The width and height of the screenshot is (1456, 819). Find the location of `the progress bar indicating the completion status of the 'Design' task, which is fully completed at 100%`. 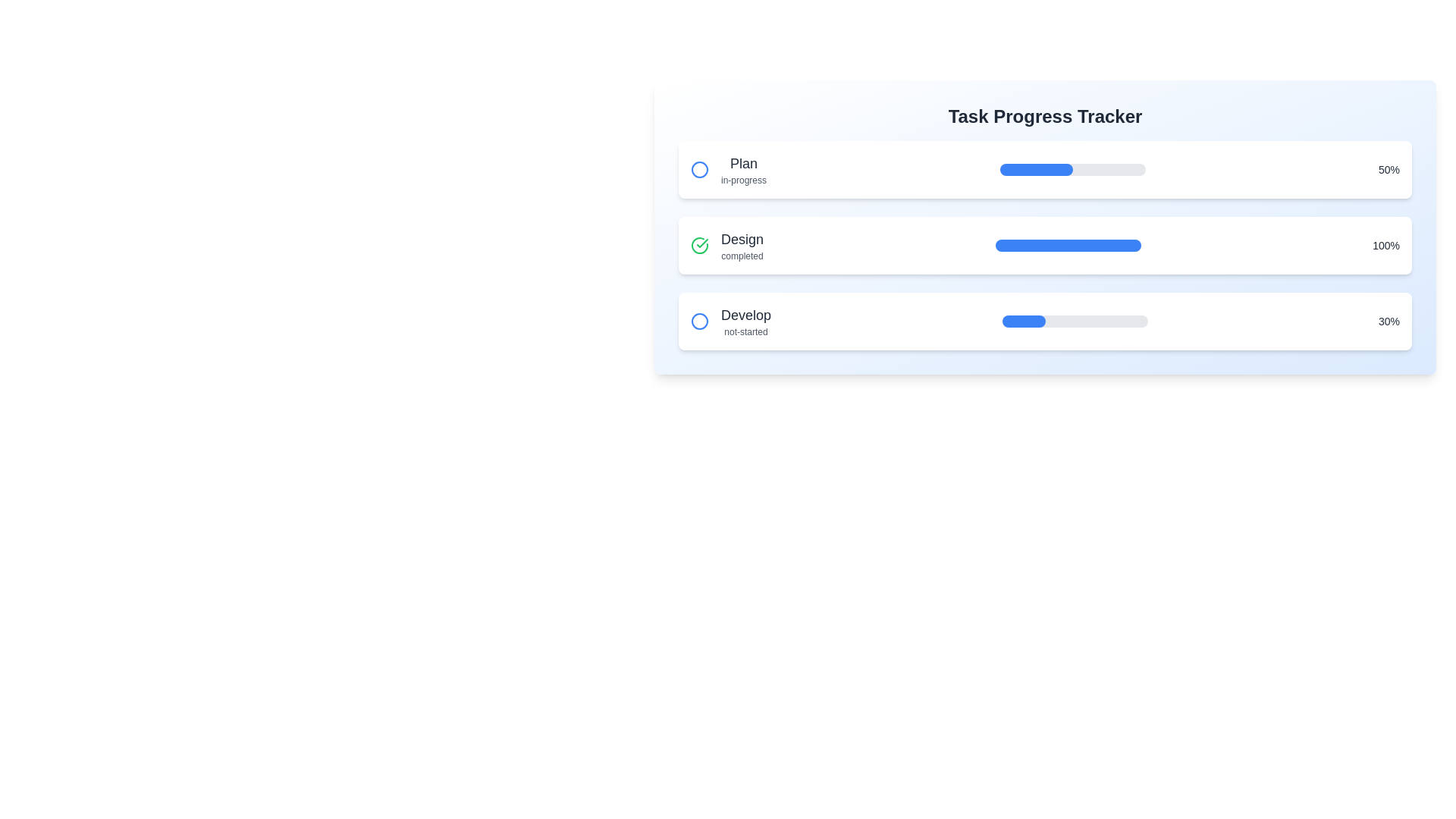

the progress bar indicating the completion status of the 'Design' task, which is fully completed at 100% is located at coordinates (1067, 245).